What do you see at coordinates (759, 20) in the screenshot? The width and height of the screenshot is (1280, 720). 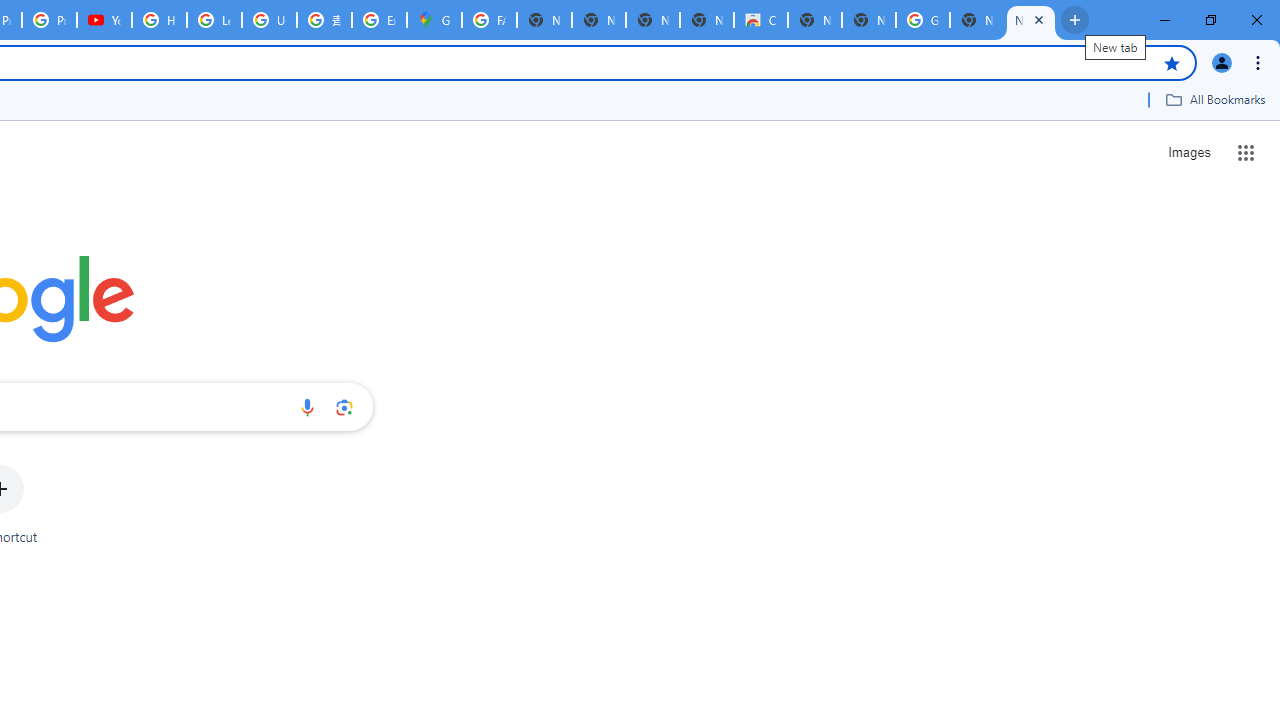 I see `'Chrome Web Store'` at bounding box center [759, 20].